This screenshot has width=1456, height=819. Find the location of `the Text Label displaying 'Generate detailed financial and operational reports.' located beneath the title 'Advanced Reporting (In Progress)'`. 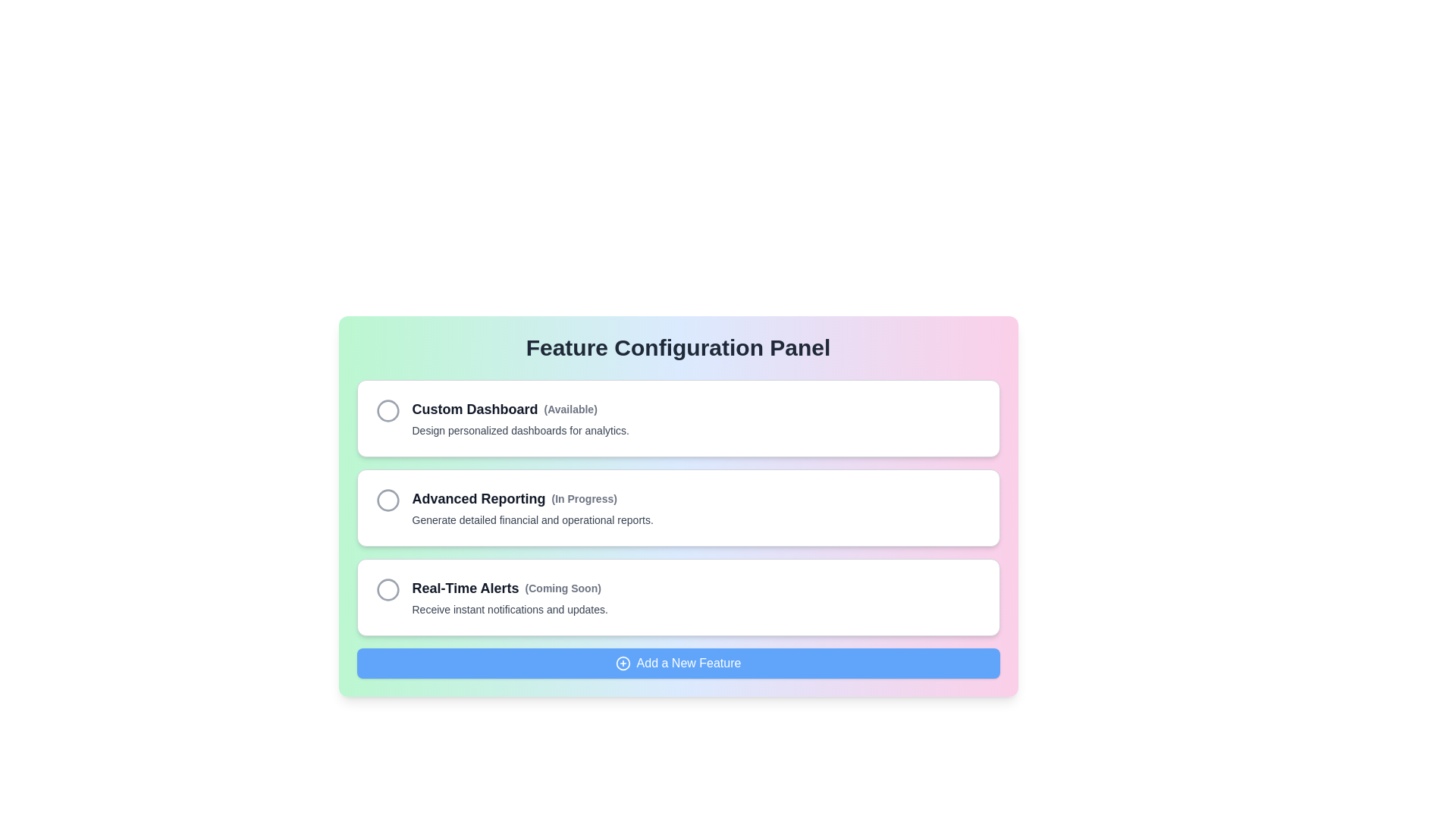

the Text Label displaying 'Generate detailed financial and operational reports.' located beneath the title 'Advanced Reporting (In Progress)' is located at coordinates (532, 519).